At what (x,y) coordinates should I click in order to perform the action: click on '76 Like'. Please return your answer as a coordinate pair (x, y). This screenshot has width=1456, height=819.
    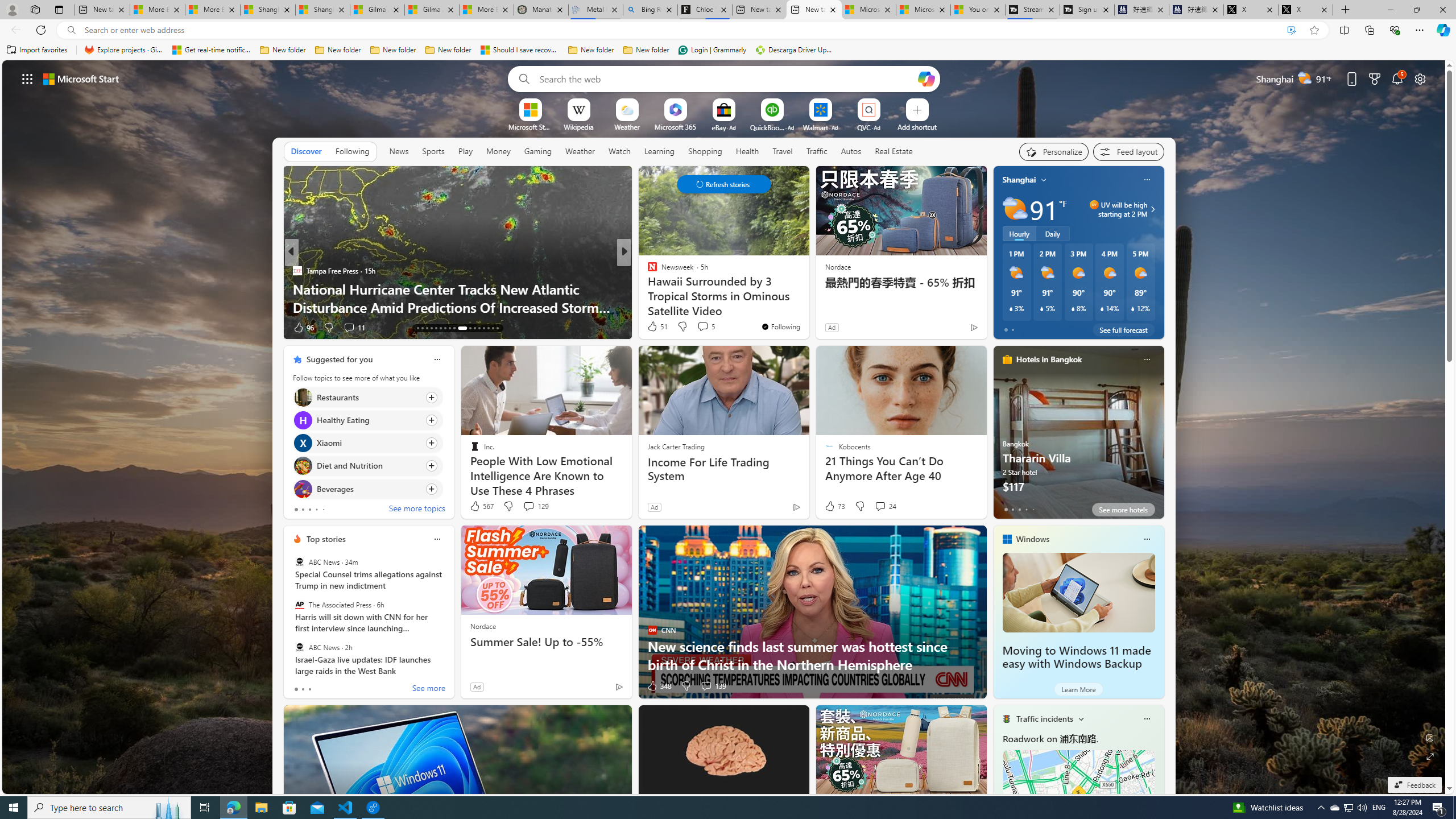
    Looking at the image, I should click on (652, 327).